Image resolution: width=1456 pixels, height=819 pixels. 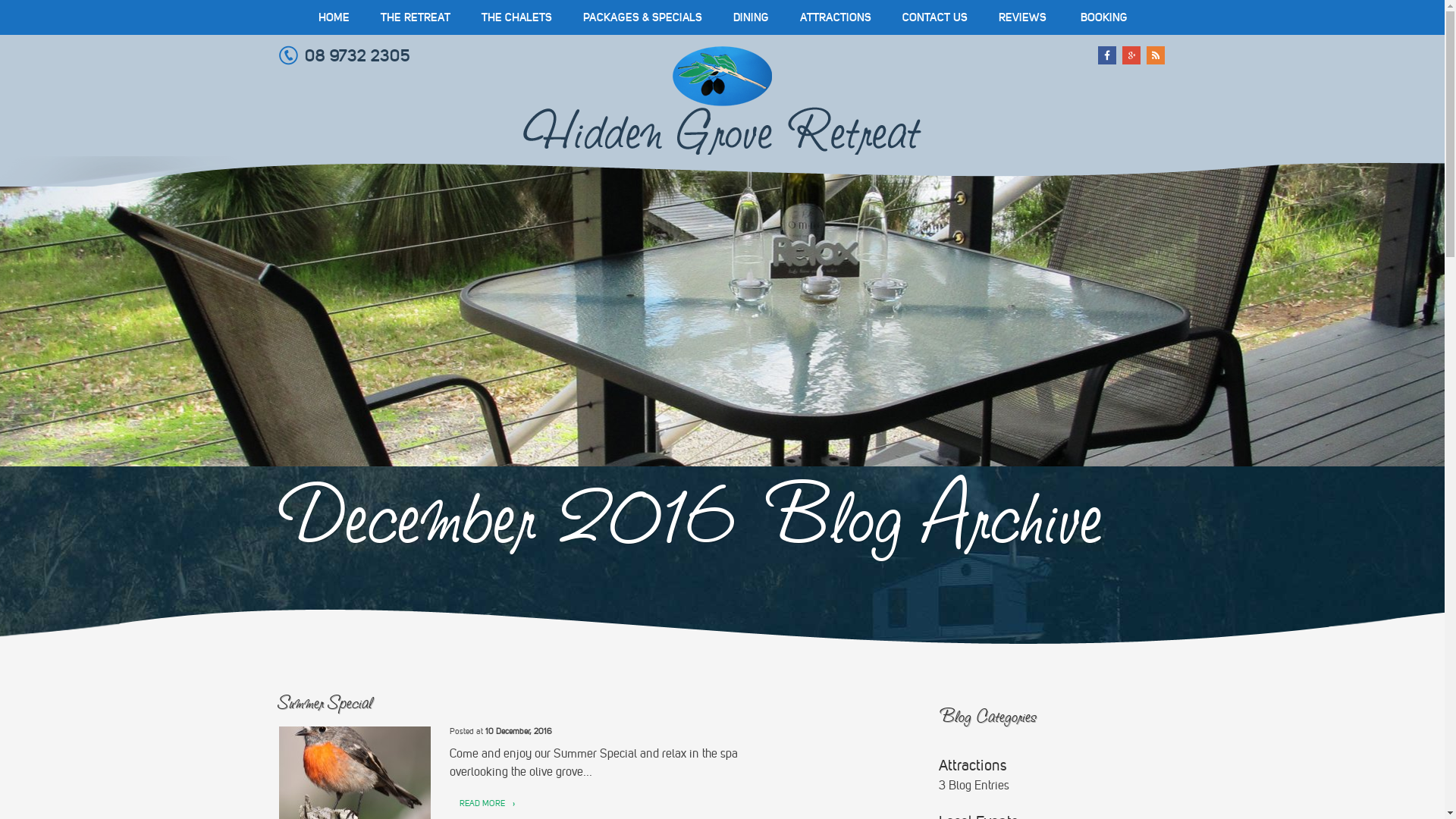 What do you see at coordinates (716, 17) in the screenshot?
I see `'DINING'` at bounding box center [716, 17].